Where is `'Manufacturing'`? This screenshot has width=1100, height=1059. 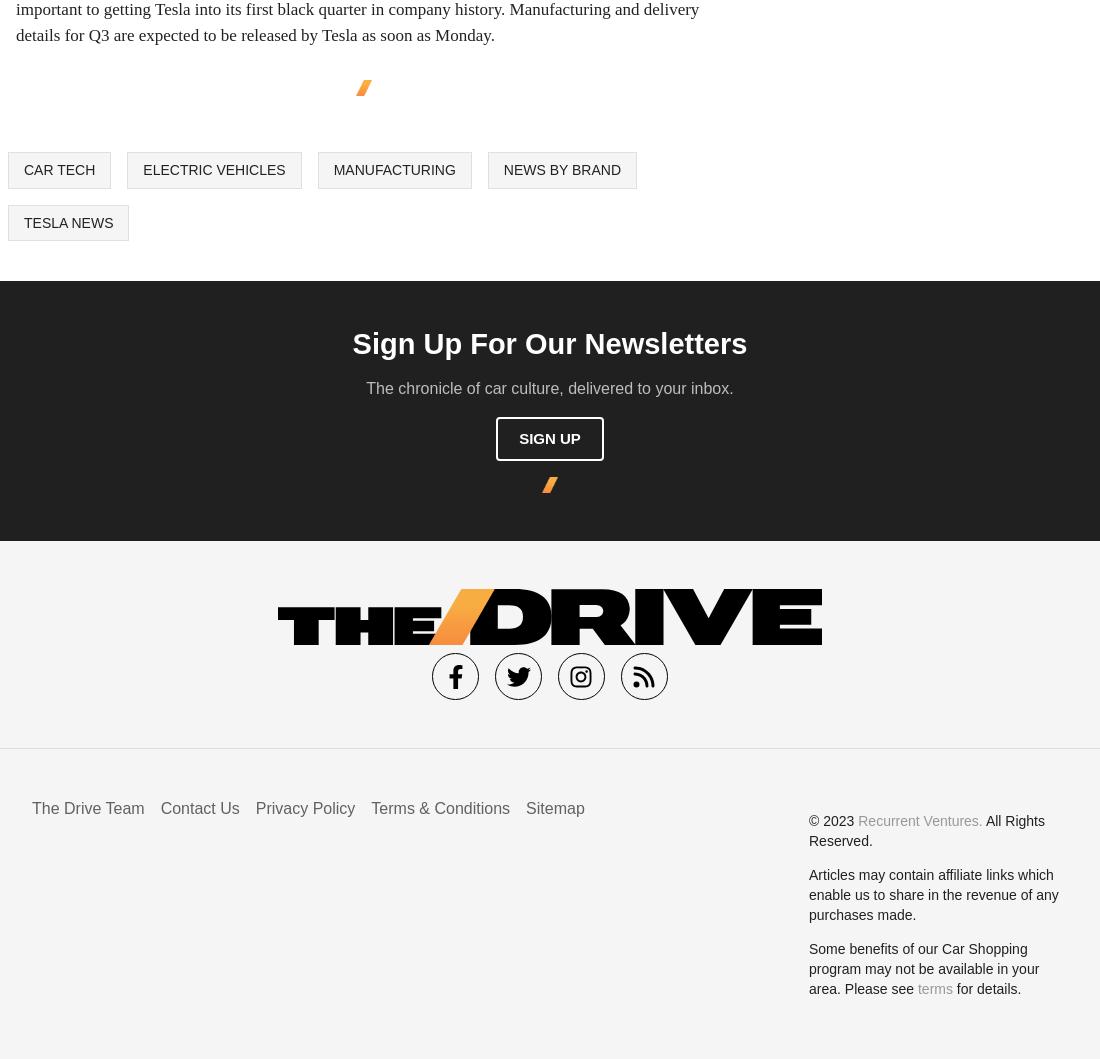 'Manufacturing' is located at coordinates (394, 168).